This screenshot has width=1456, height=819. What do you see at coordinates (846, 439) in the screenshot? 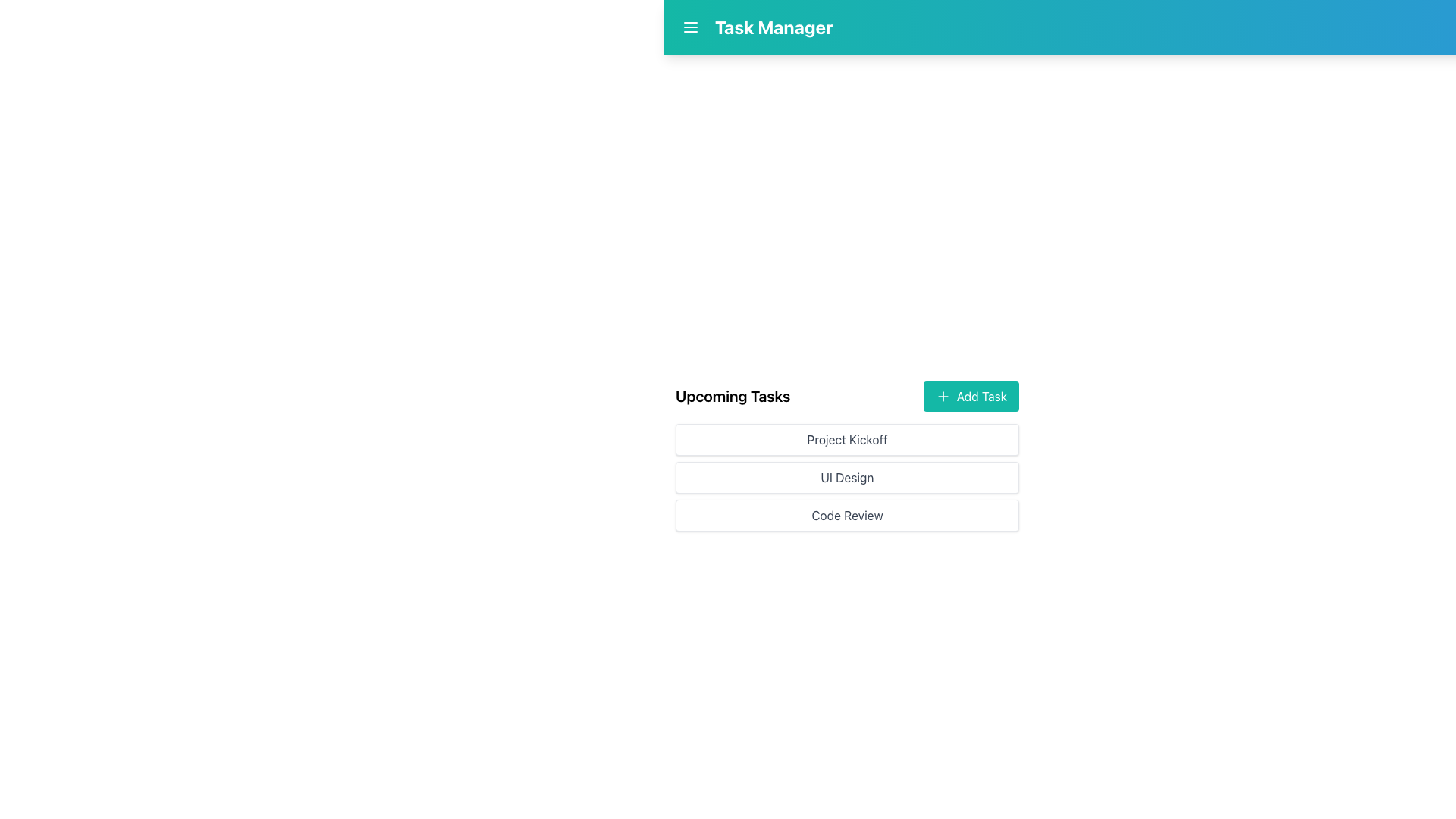
I see `the task label for 'Project Kickoff', which is the first item in the 'Upcoming Tasks' list and serves as a visual identifier for the task` at bounding box center [846, 439].